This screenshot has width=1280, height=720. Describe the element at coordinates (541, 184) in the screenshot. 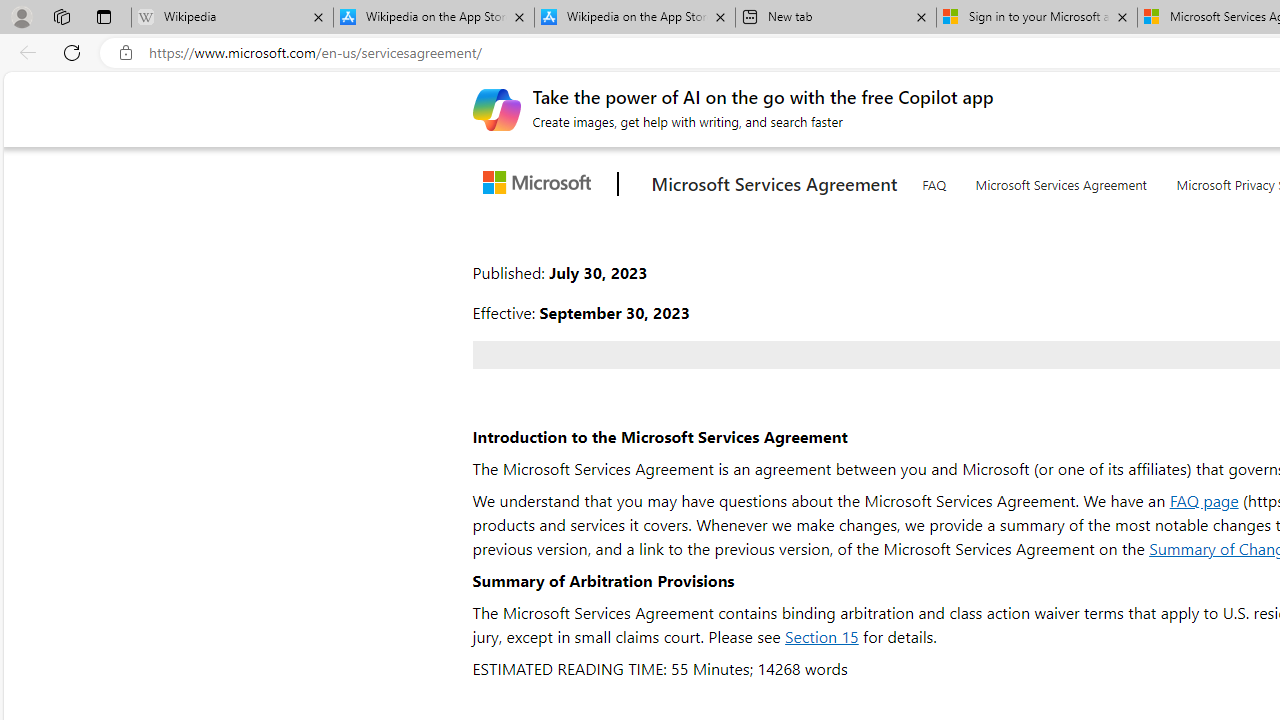

I see `'Microsoft'` at that location.